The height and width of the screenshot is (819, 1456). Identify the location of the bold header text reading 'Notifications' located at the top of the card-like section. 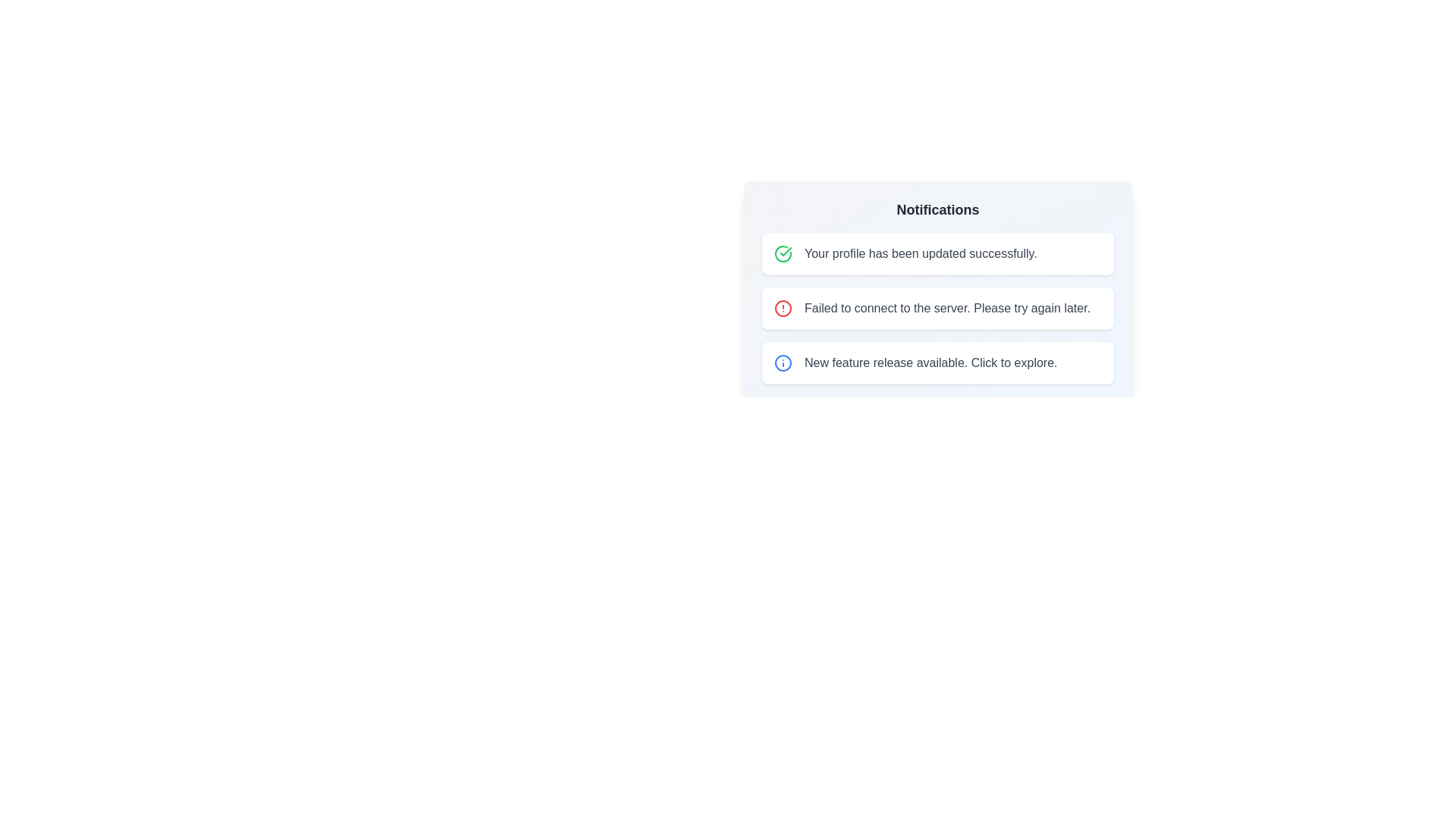
(937, 210).